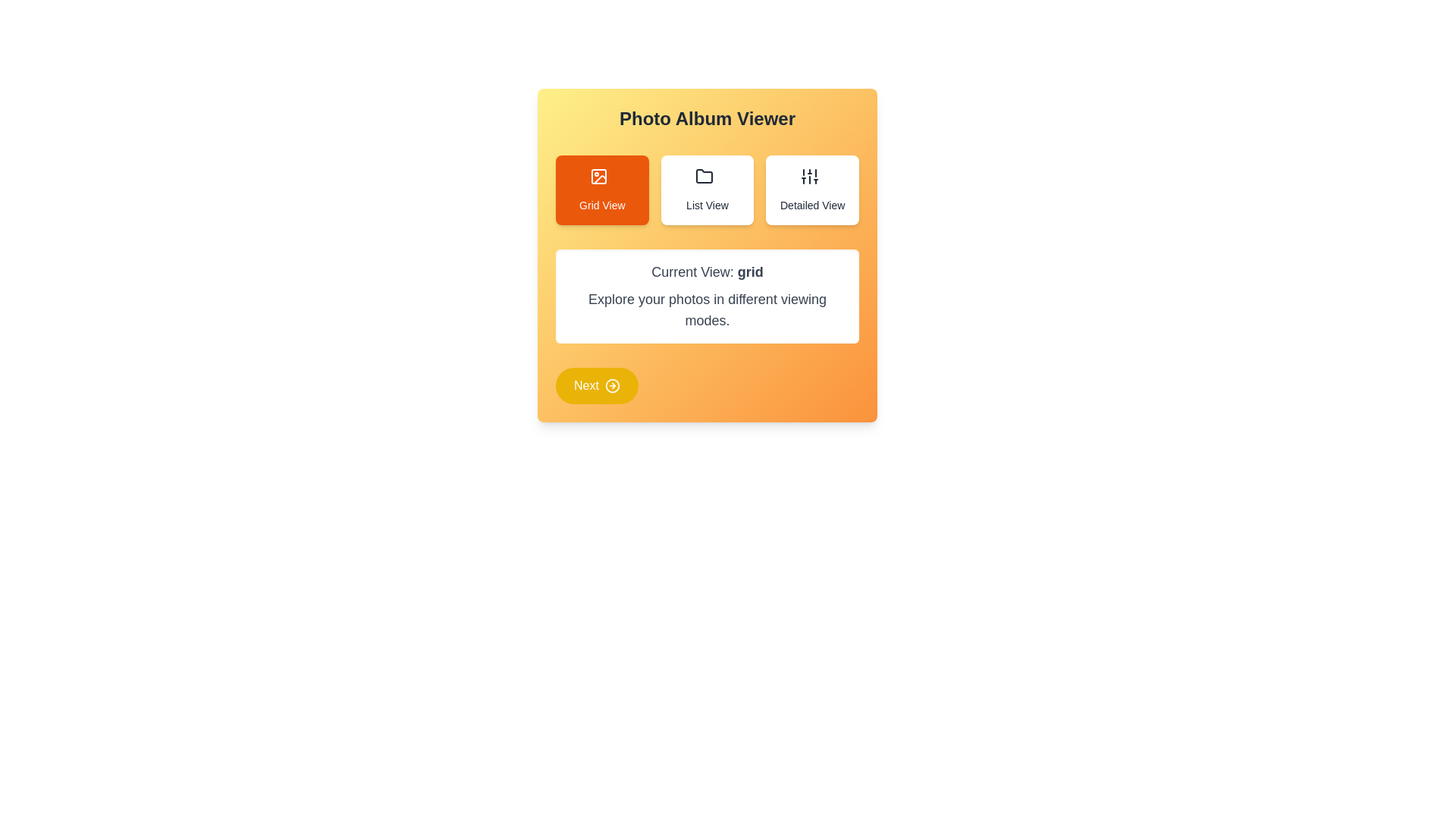  I want to click on text content of the button displaying the word 'Next', which is styled in white and centered within a rounded yellow button at the bottom-left of the interface, so click(585, 385).